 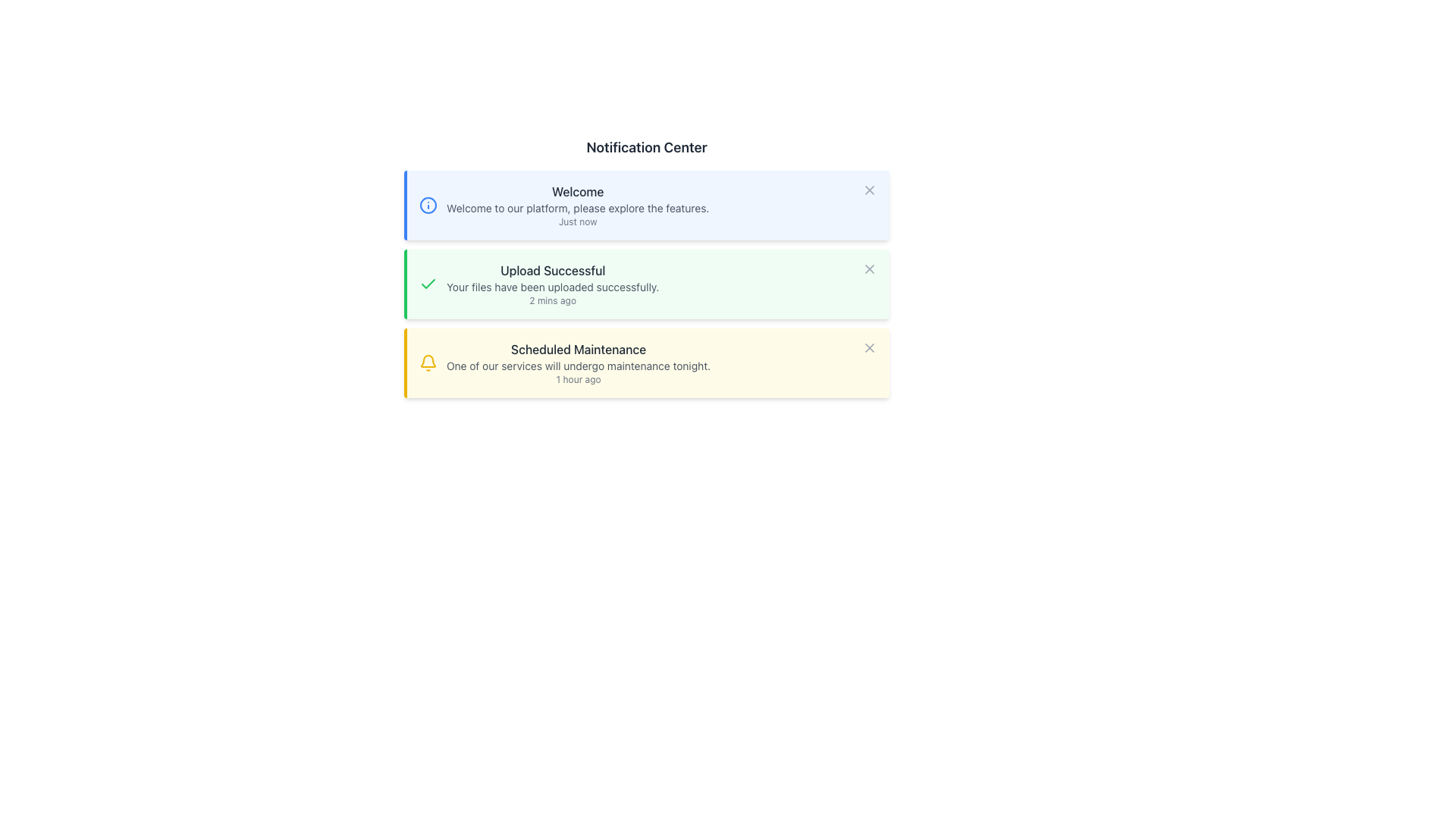 What do you see at coordinates (539, 284) in the screenshot?
I see `the second notification message that has a checkmark icon and is located within a green-bordered box` at bounding box center [539, 284].